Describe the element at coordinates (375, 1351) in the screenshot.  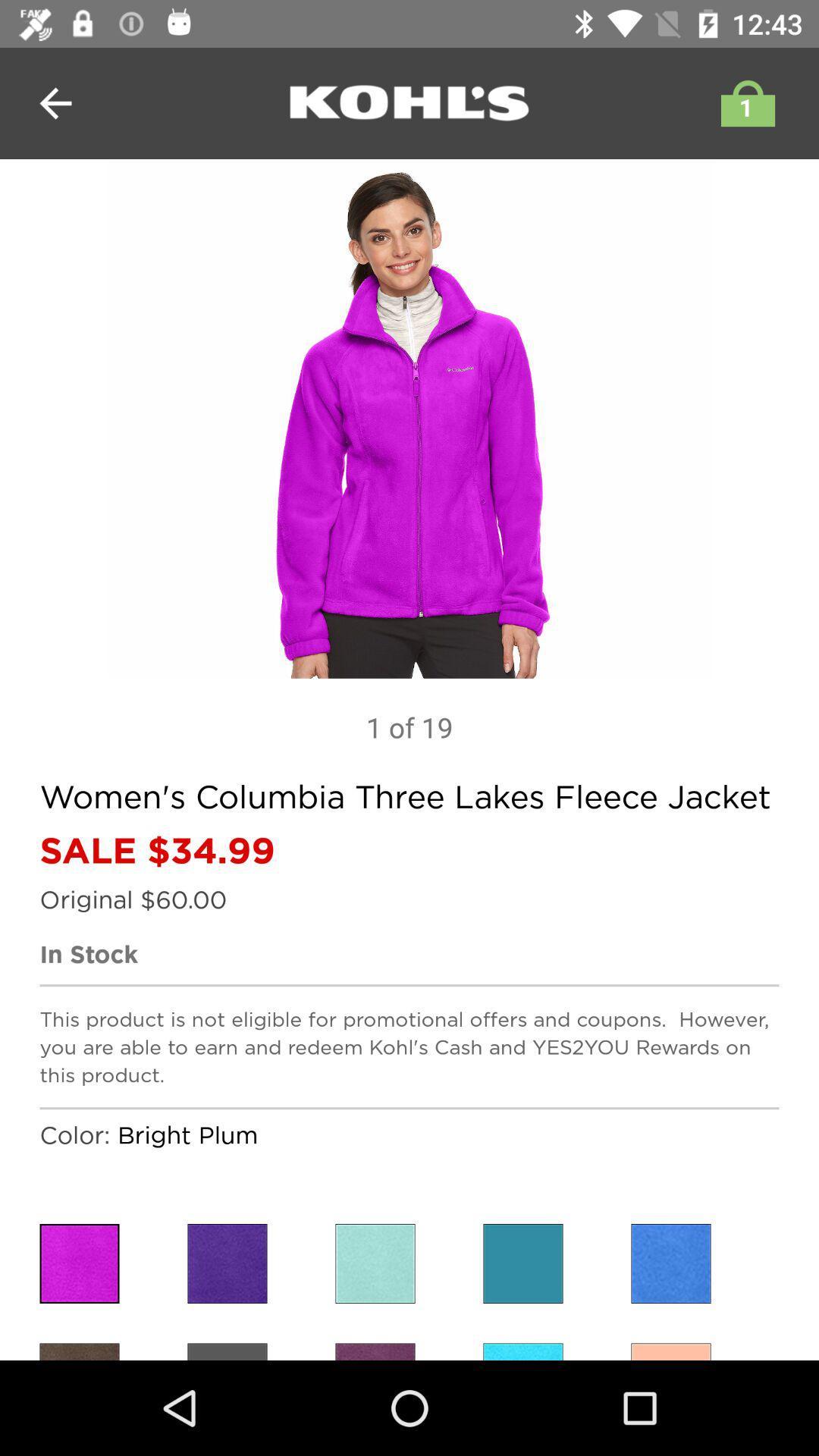
I see `item color` at that location.